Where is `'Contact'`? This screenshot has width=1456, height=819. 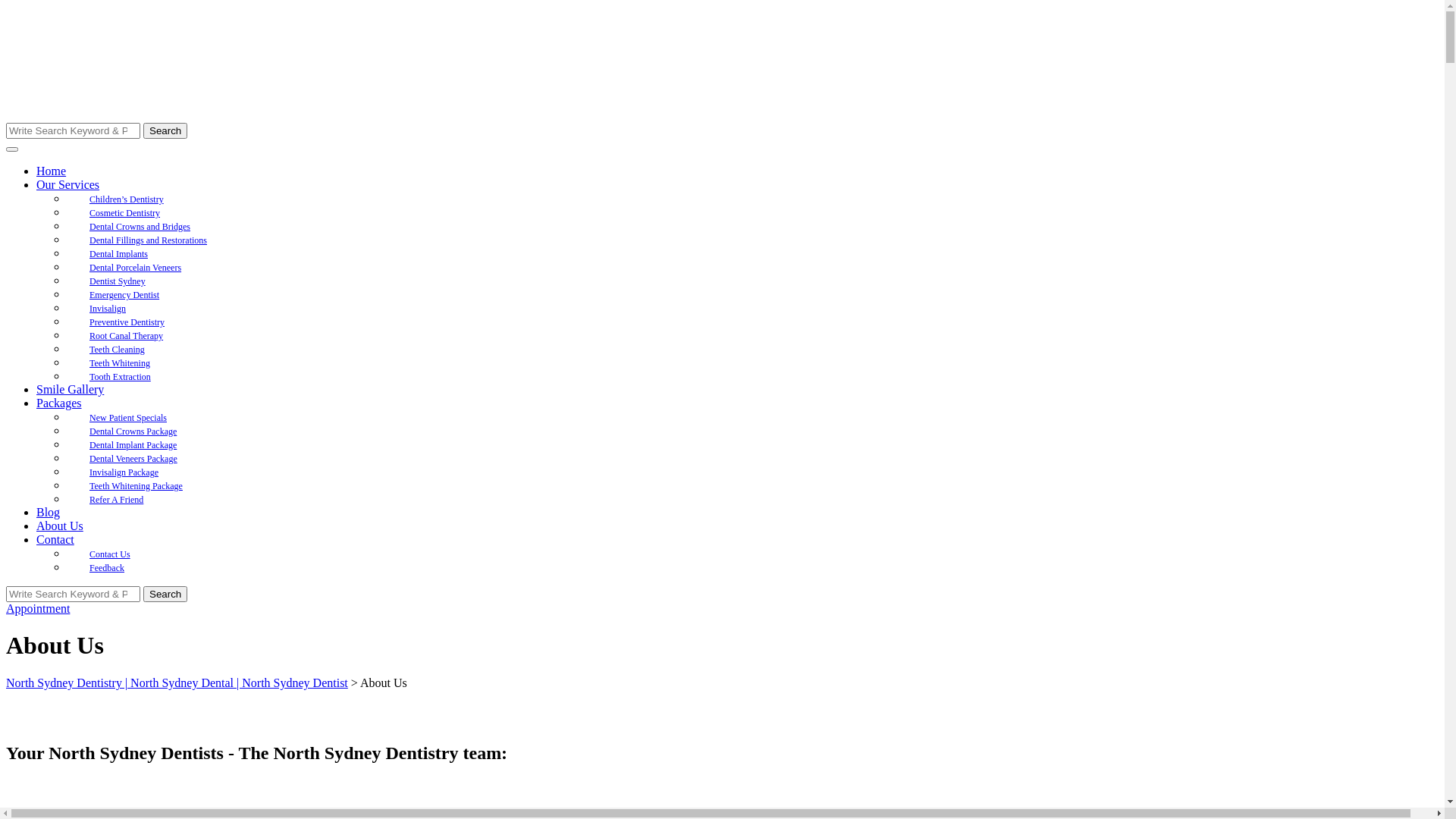
'Contact' is located at coordinates (55, 538).